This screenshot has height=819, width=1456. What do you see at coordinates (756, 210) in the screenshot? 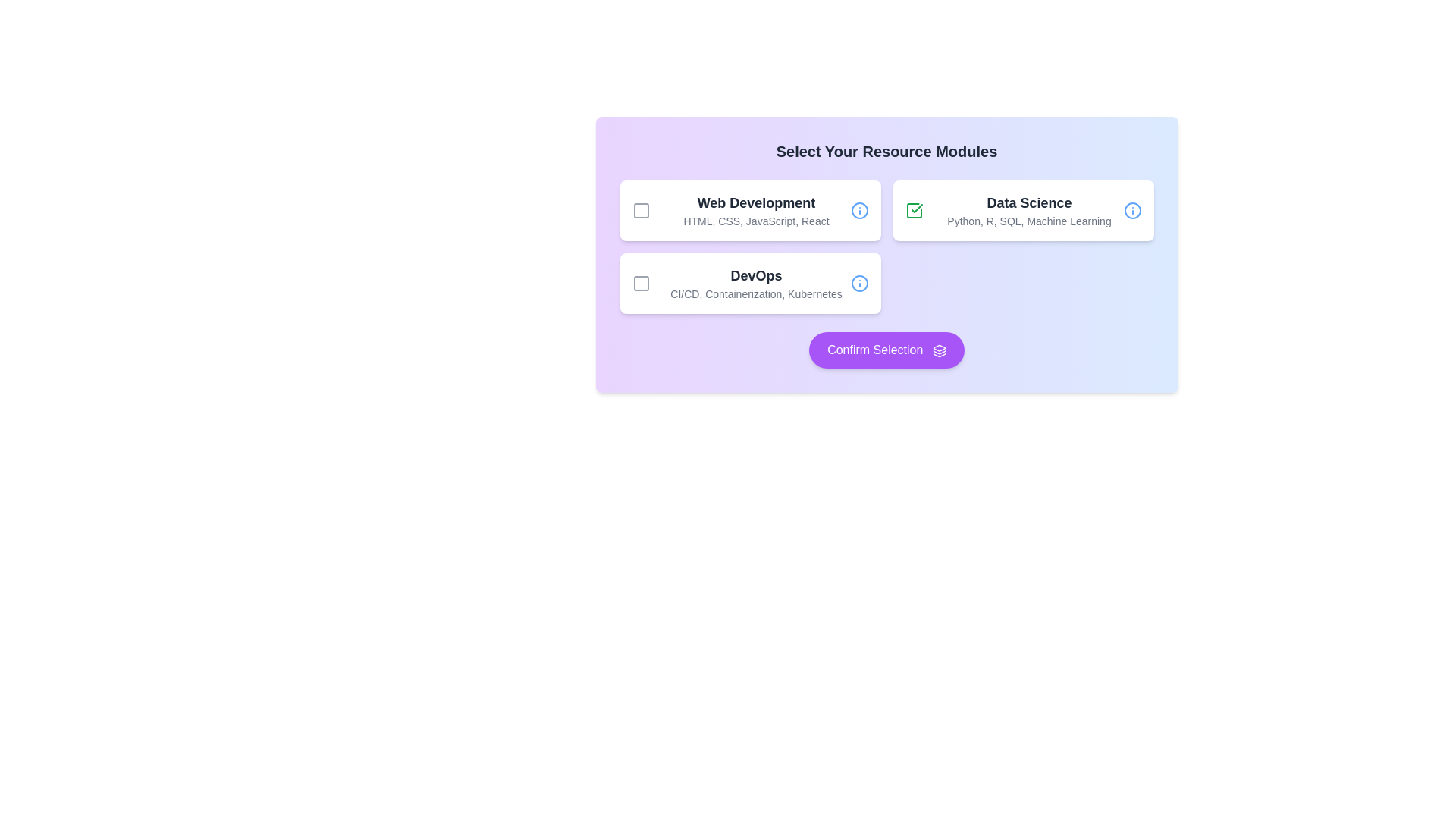
I see `the Descriptive Text Block titled 'Web Development' which displays the description 'HTML, CSS, JavaScript, React,' within the module selection interface` at bounding box center [756, 210].